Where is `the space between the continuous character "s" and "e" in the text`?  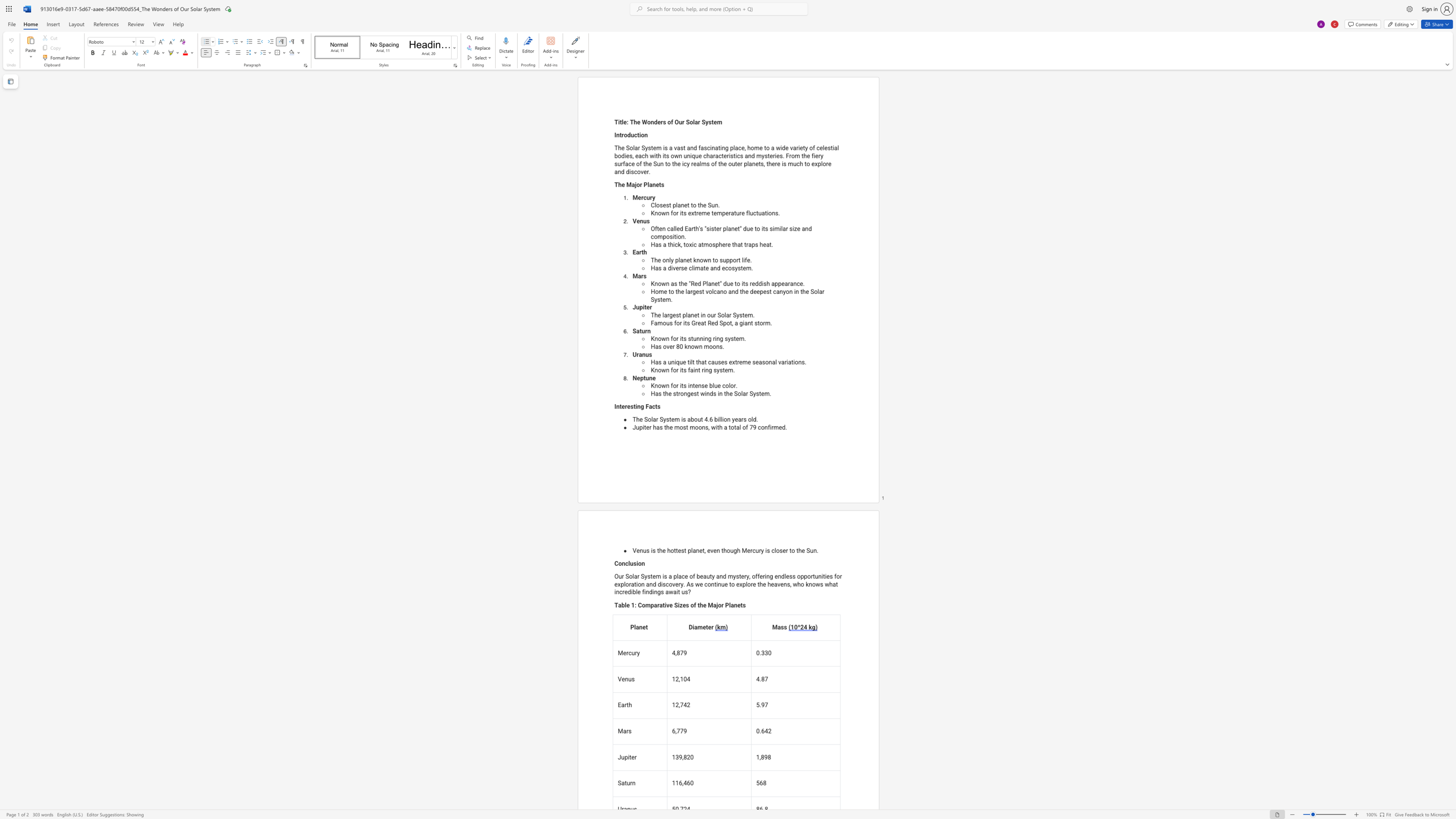
the space between the continuous character "s" and "e" in the text is located at coordinates (684, 268).